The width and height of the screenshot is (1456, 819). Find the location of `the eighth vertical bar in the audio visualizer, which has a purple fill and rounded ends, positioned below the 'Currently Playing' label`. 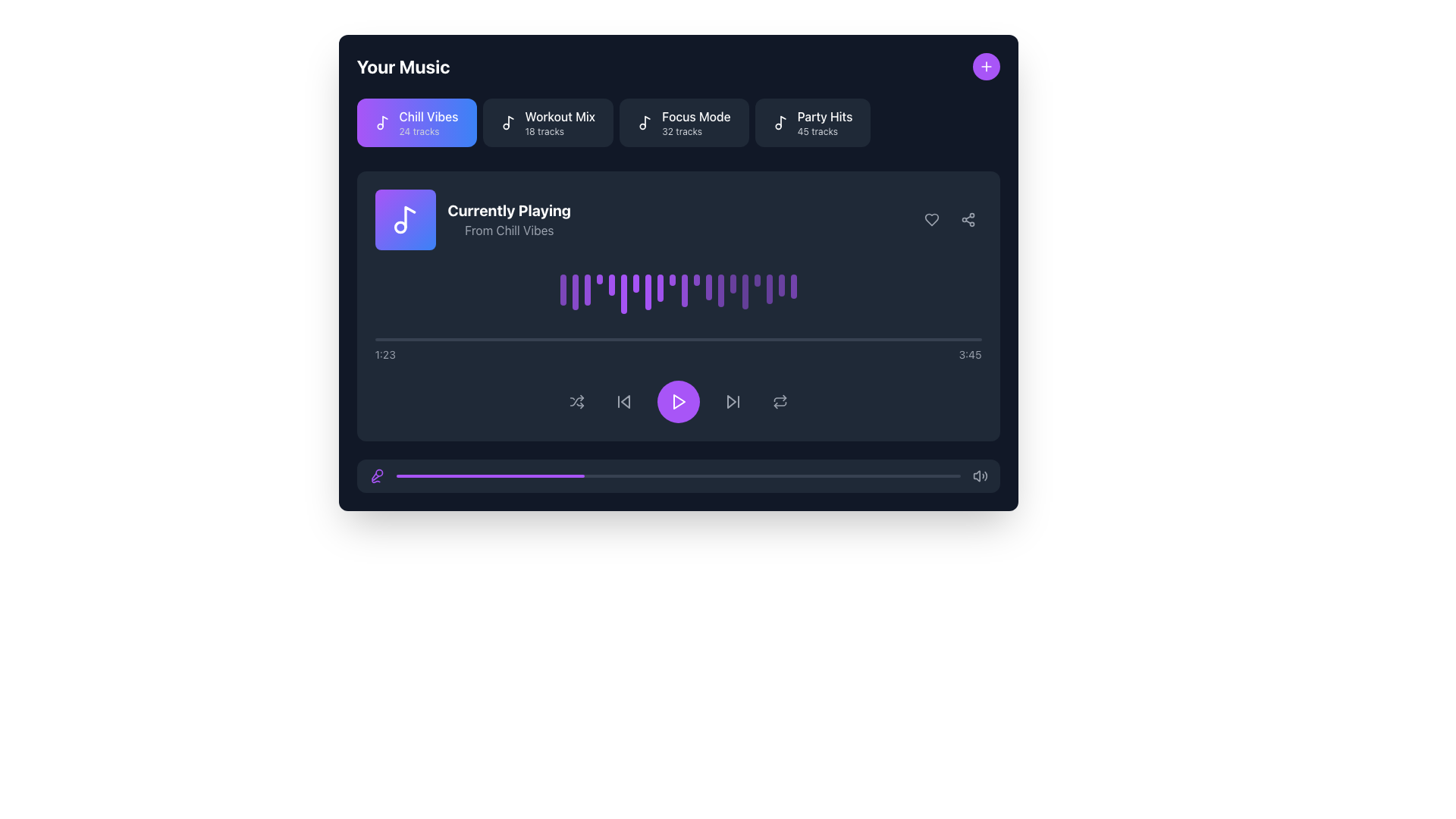

the eighth vertical bar in the audio visualizer, which has a purple fill and rounded ends, positioned below the 'Currently Playing' label is located at coordinates (648, 292).